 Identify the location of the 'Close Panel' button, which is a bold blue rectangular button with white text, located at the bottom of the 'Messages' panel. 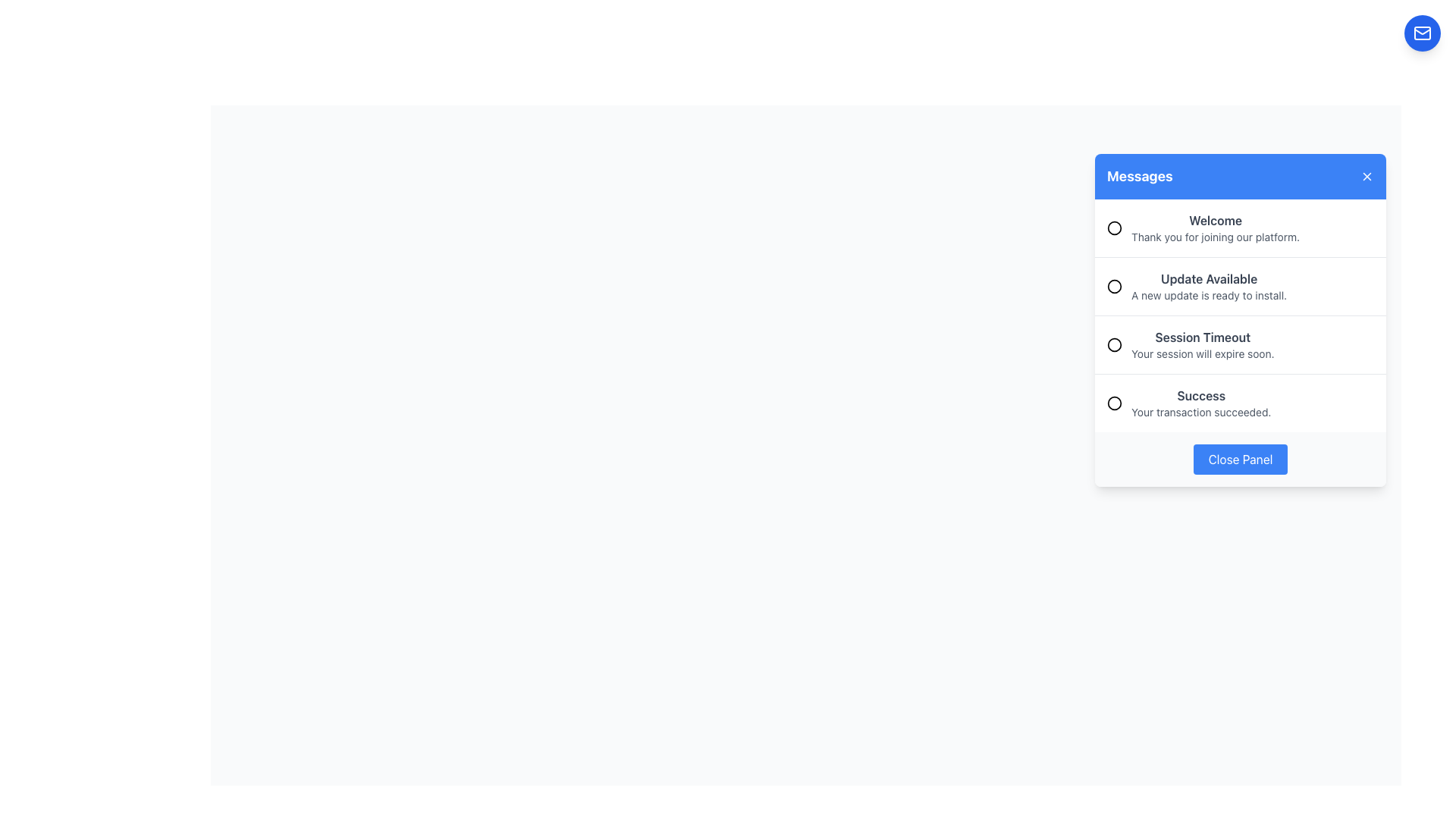
(1241, 458).